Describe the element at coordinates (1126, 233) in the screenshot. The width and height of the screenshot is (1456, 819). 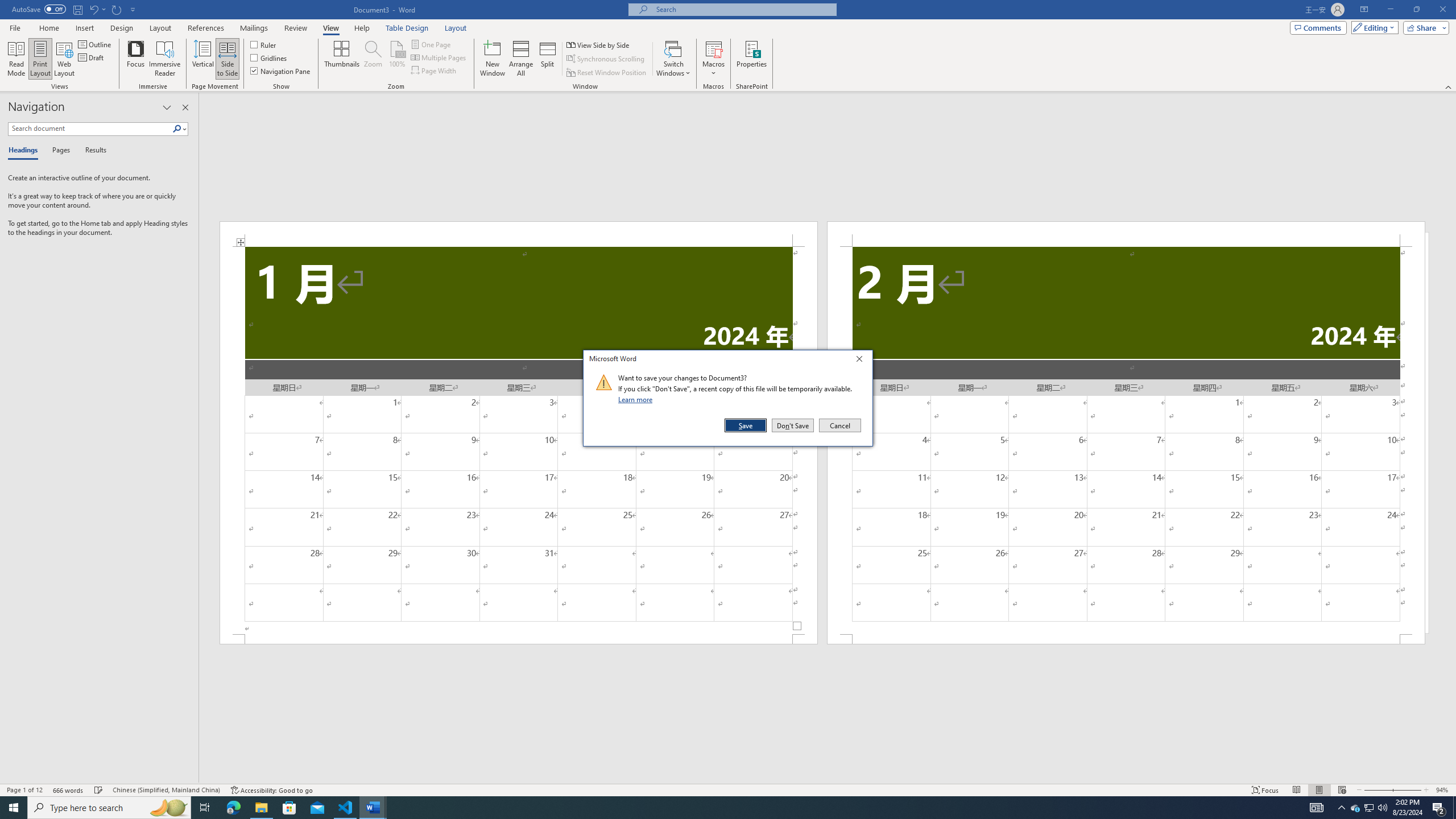
I see `'Header -Section 2-'` at that location.